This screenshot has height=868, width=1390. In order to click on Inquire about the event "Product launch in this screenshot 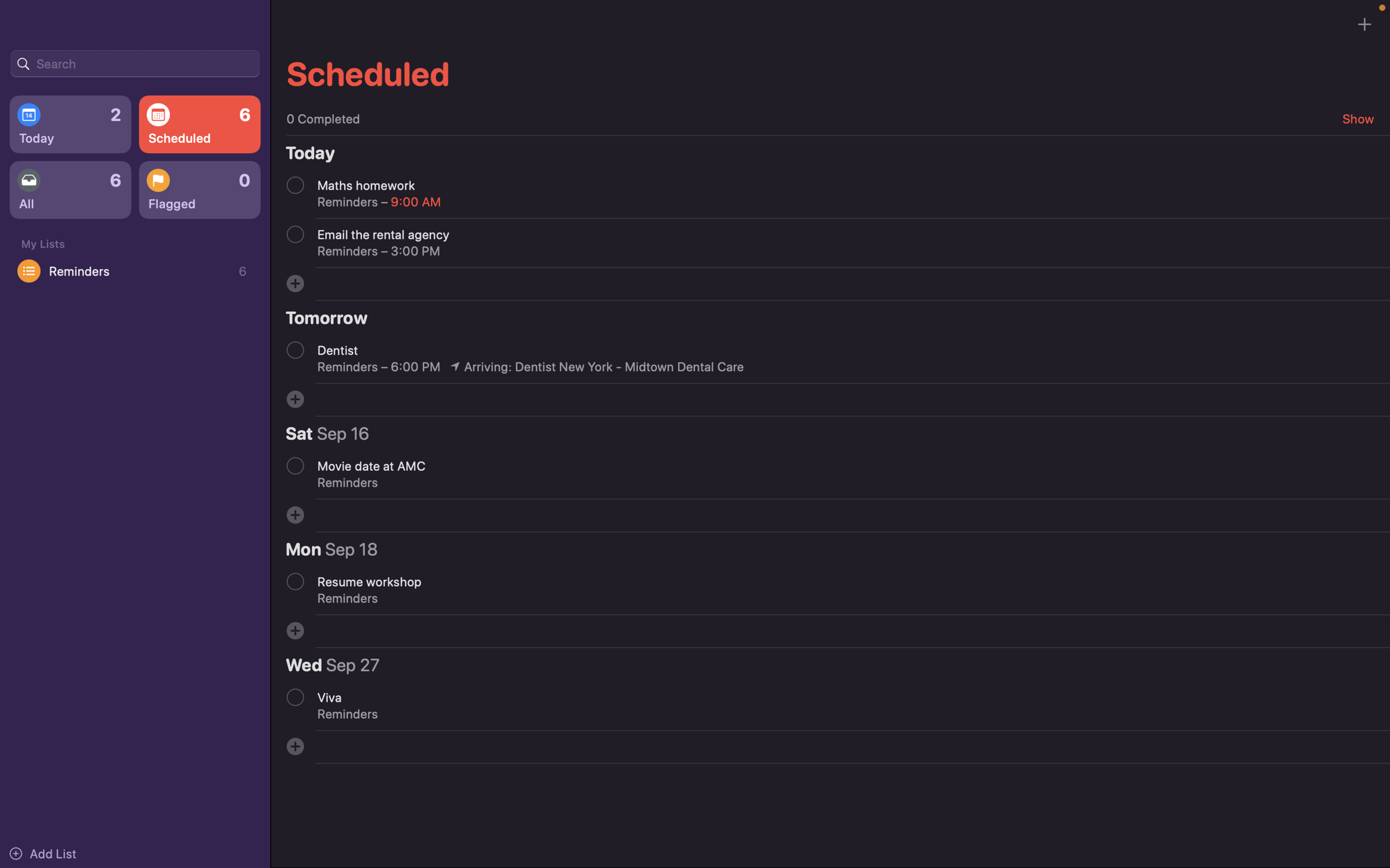, I will do `click(134, 62)`.